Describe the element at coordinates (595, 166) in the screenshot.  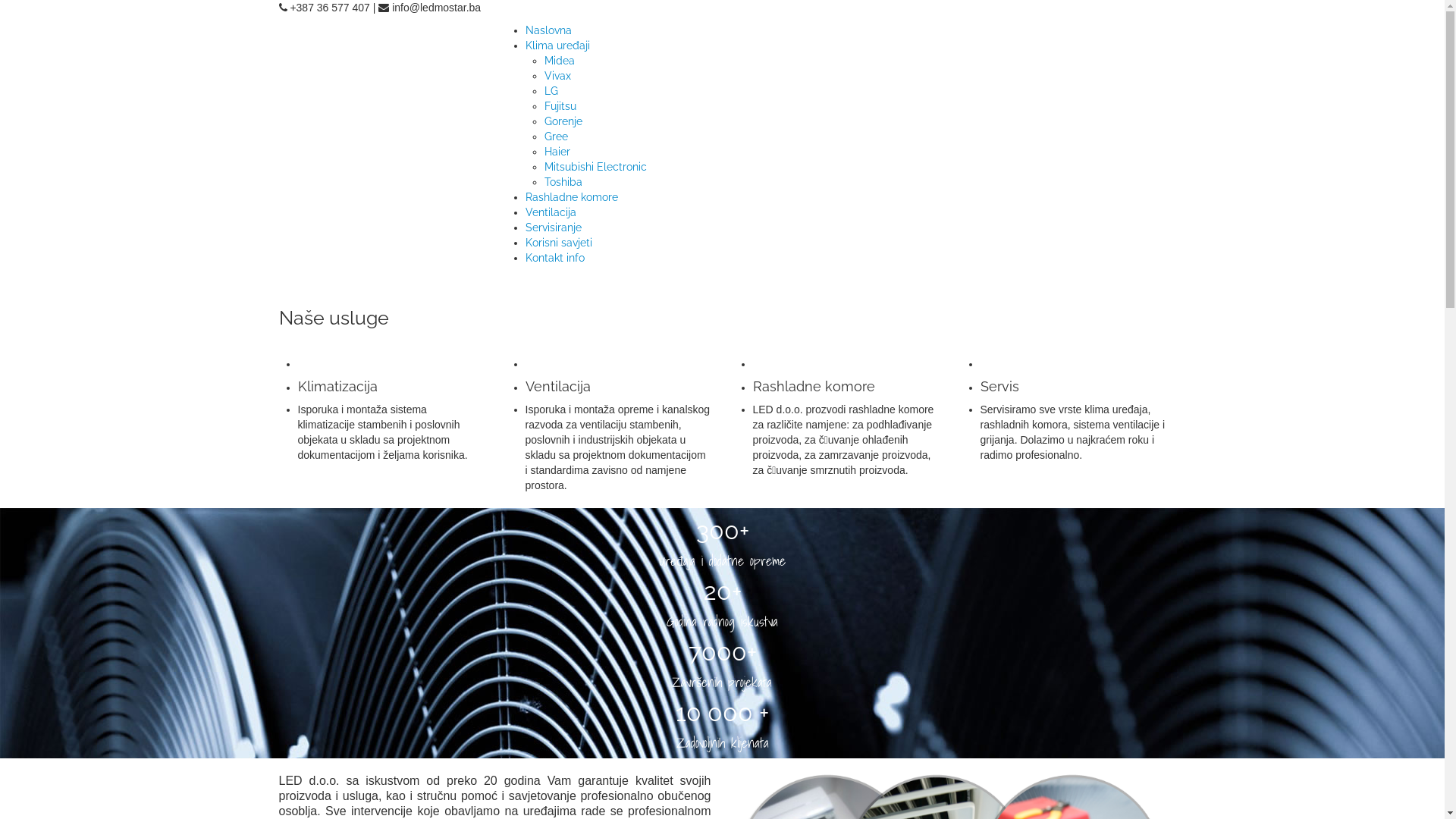
I see `'Mitsubishi Electronic'` at that location.